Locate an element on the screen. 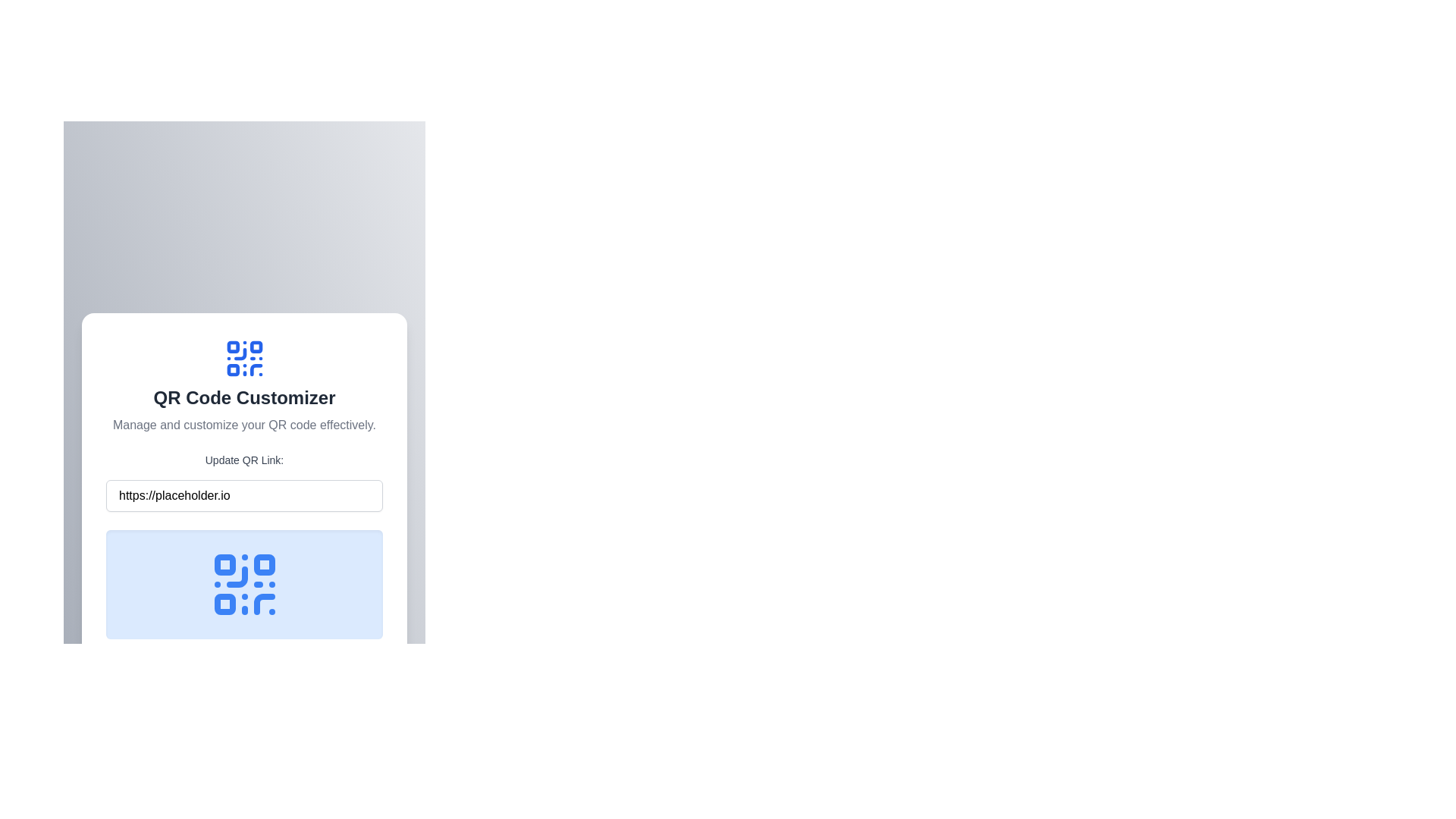  the second square in the top row of the QR code illustration, which is part of the QR code graphical representation is located at coordinates (256, 347).